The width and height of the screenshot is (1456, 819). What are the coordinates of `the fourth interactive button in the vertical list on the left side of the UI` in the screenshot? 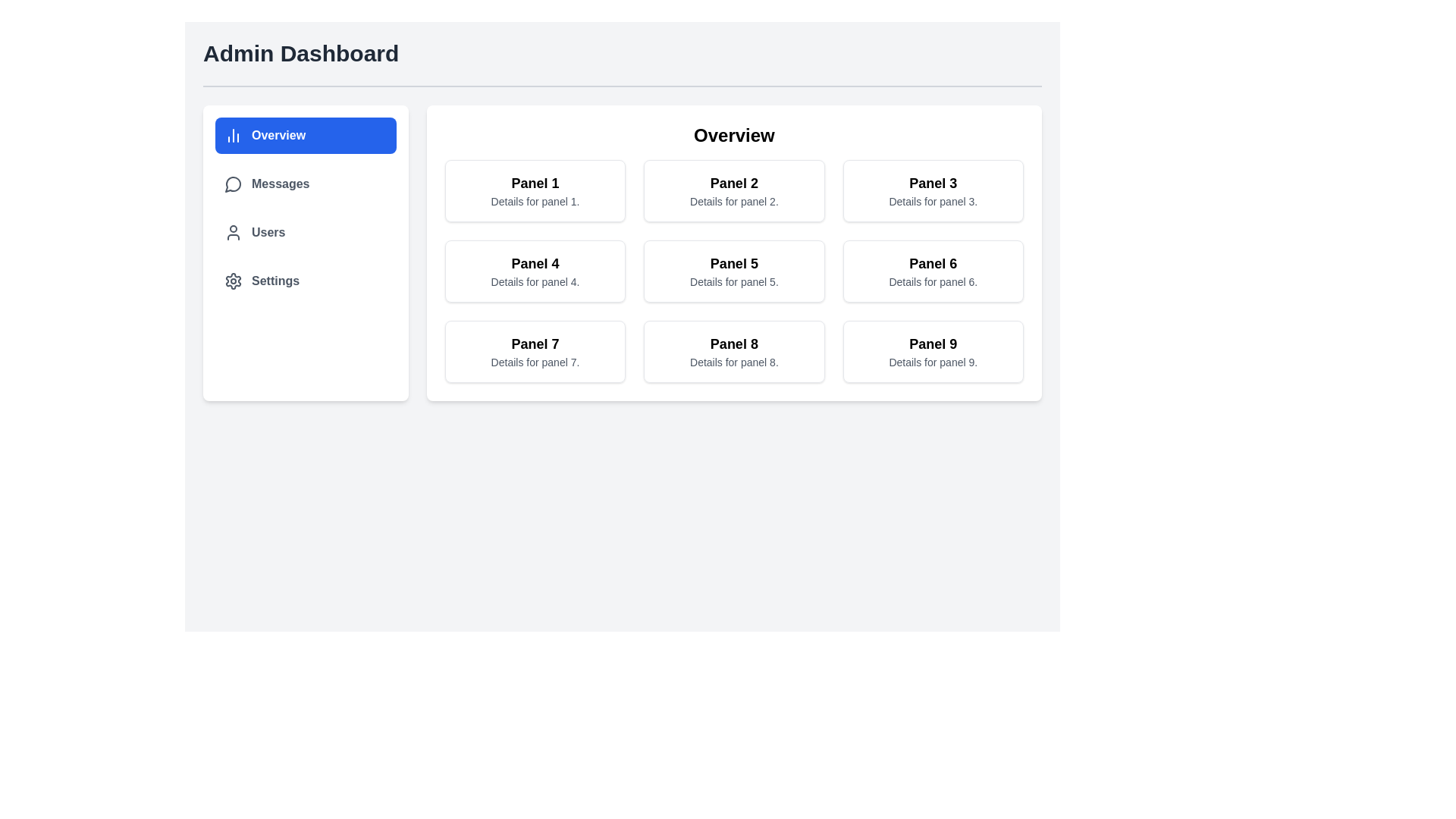 It's located at (305, 281).